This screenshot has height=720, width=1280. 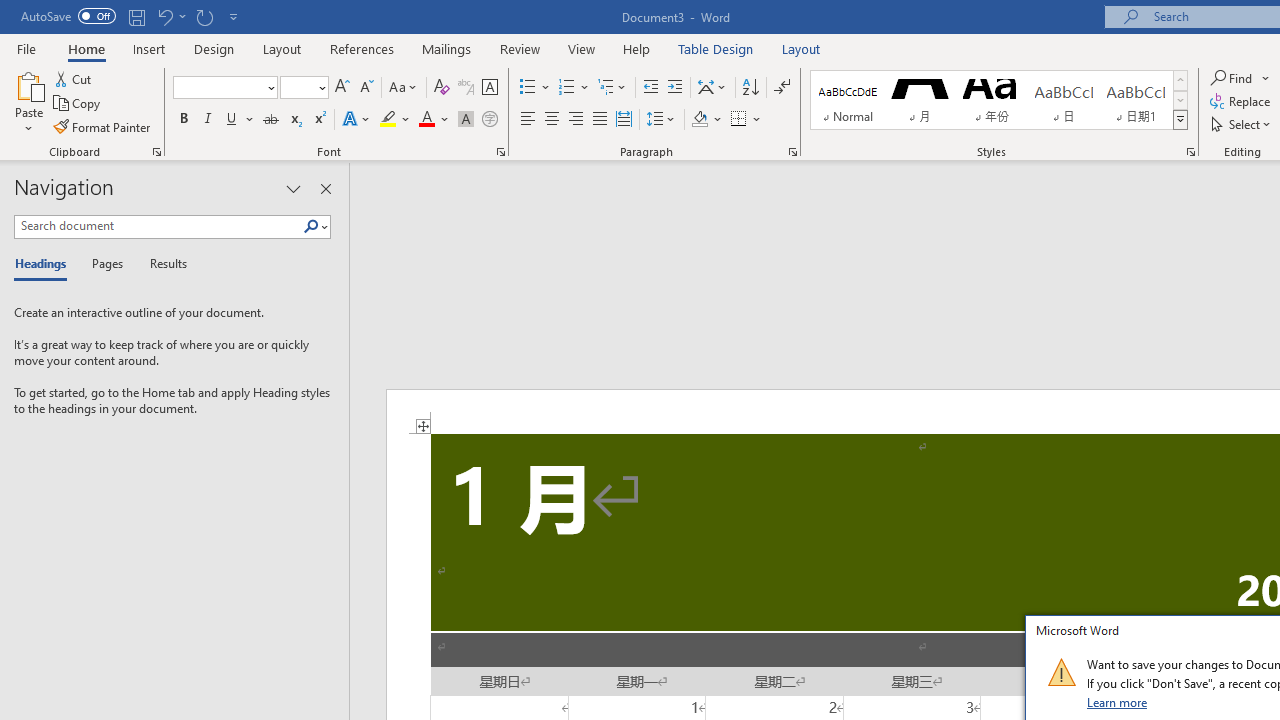 What do you see at coordinates (791, 150) in the screenshot?
I see `'Paragraph...'` at bounding box center [791, 150].